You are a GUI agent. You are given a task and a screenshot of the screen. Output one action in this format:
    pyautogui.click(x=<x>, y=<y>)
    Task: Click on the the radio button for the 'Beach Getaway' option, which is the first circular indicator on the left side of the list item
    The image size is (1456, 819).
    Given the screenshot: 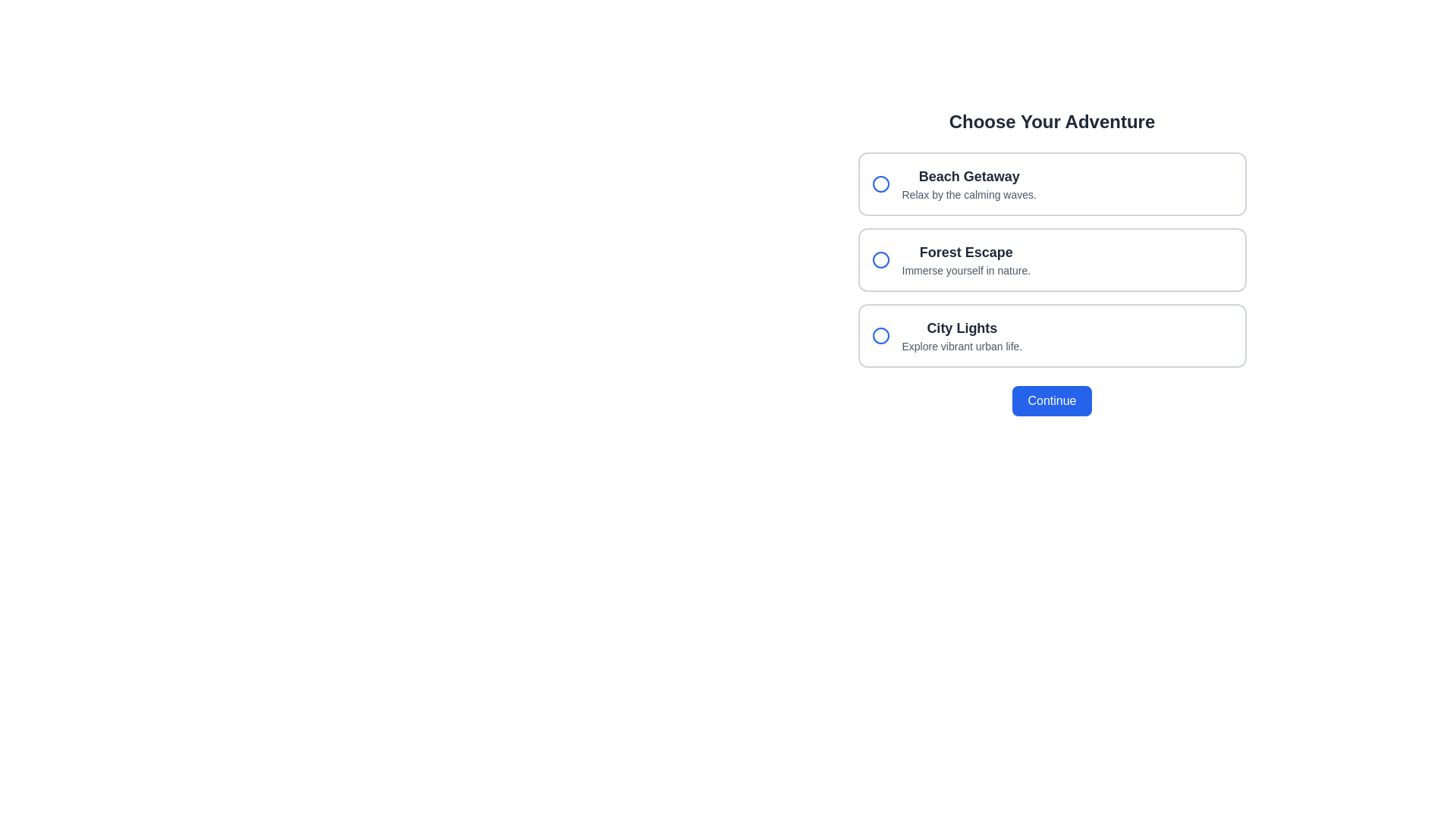 What is the action you would take?
    pyautogui.click(x=880, y=184)
    